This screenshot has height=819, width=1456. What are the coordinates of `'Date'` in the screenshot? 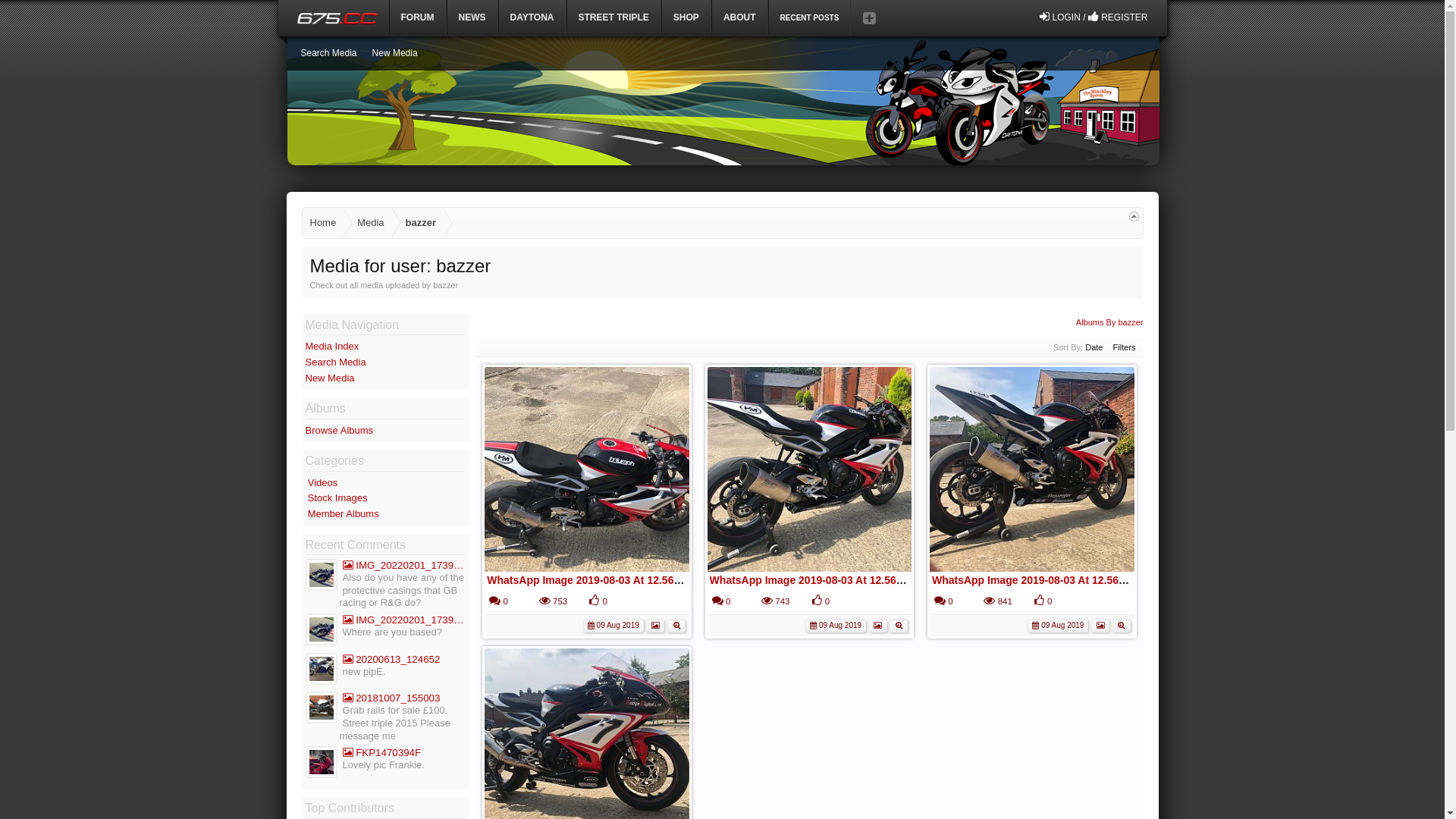 It's located at (1094, 347).